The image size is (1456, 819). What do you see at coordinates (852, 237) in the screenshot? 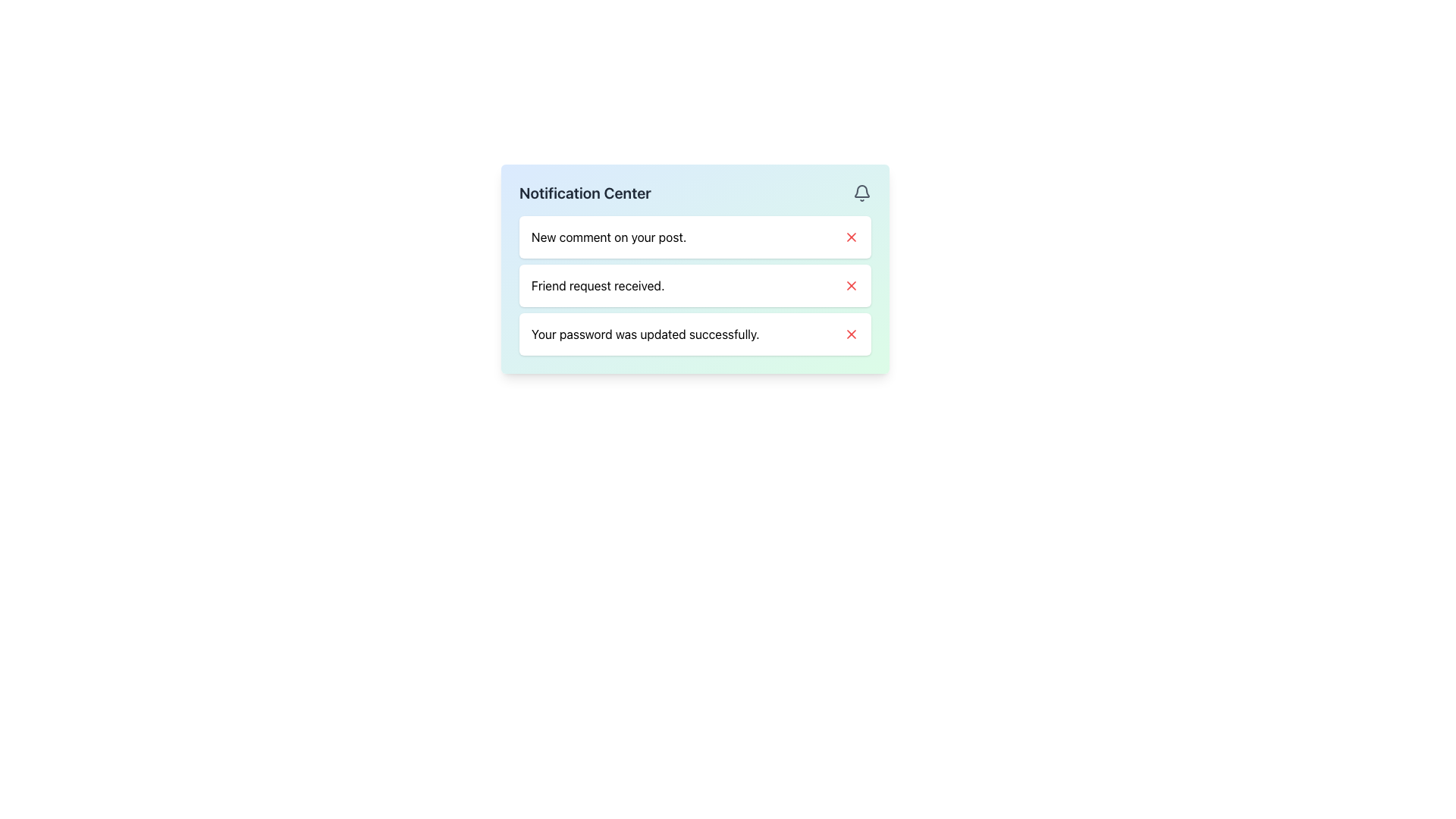
I see `the Close icon located at the top-right corner of the first notification card, aligned horizontally with the 'New comment on your post.' text` at bounding box center [852, 237].